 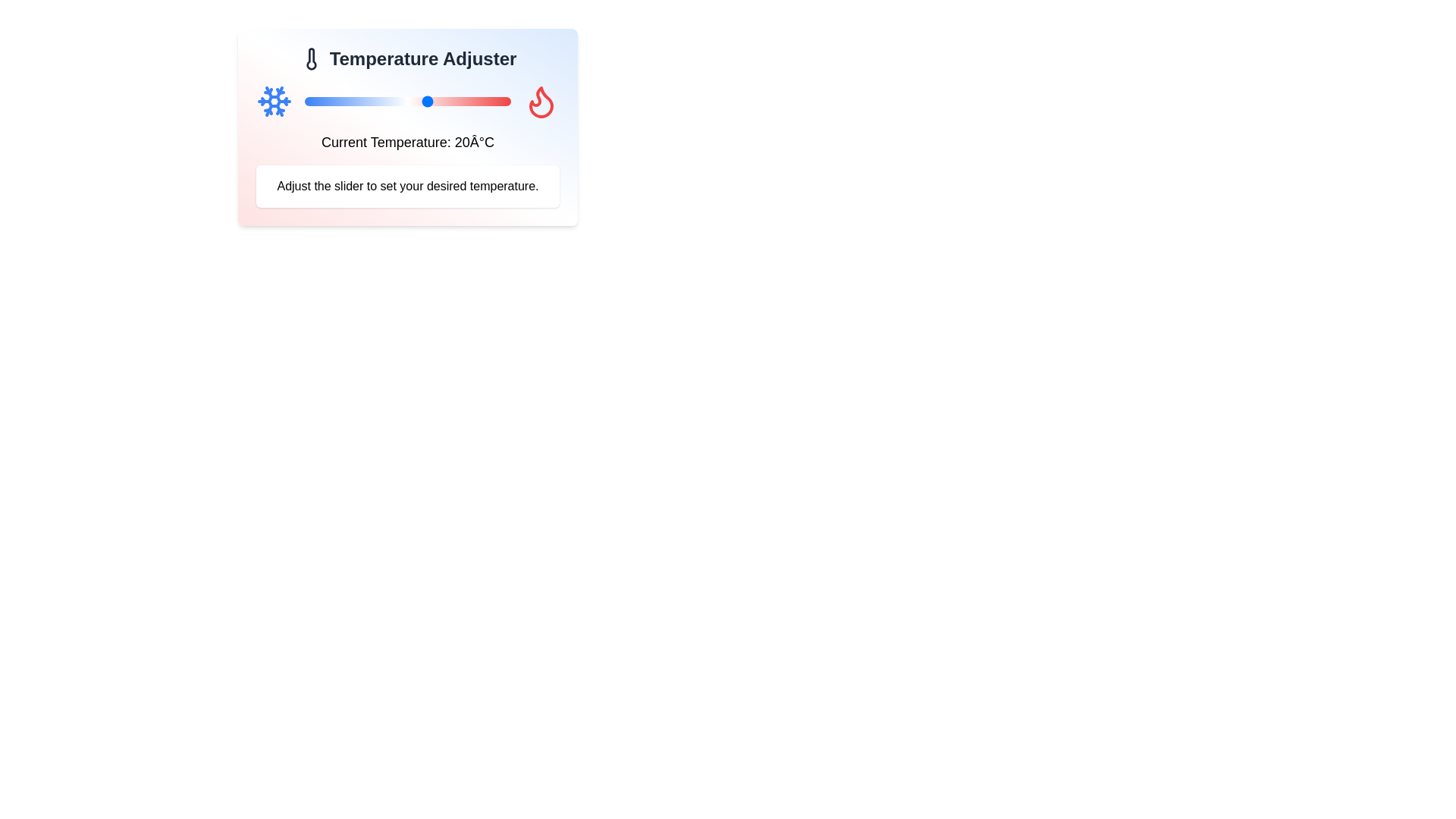 What do you see at coordinates (428, 102) in the screenshot?
I see `the slider to set the temperature to 20°C` at bounding box center [428, 102].